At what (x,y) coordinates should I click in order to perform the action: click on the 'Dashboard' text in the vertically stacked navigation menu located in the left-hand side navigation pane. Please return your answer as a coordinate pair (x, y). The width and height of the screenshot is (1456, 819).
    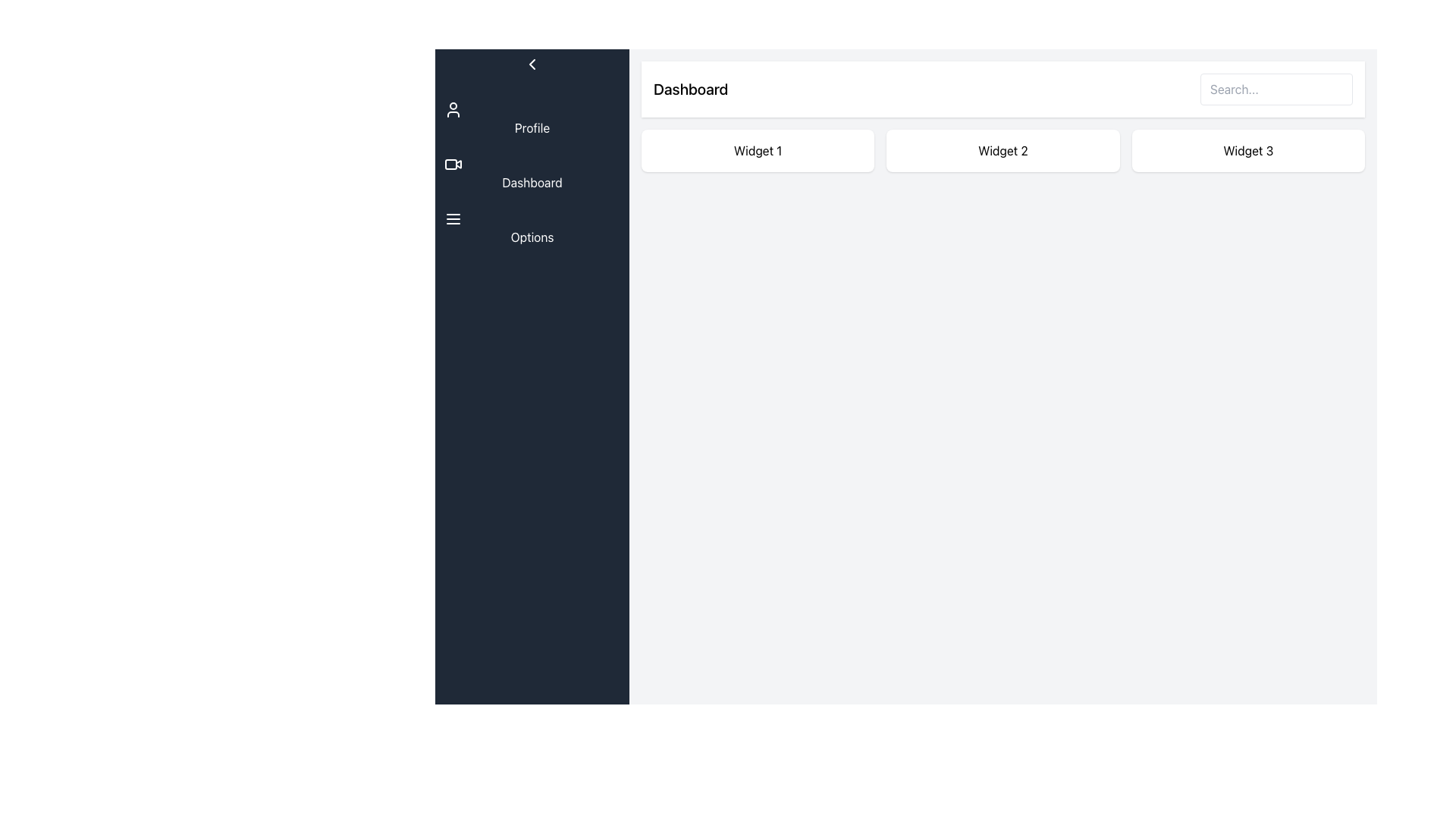
    Looking at the image, I should click on (532, 172).